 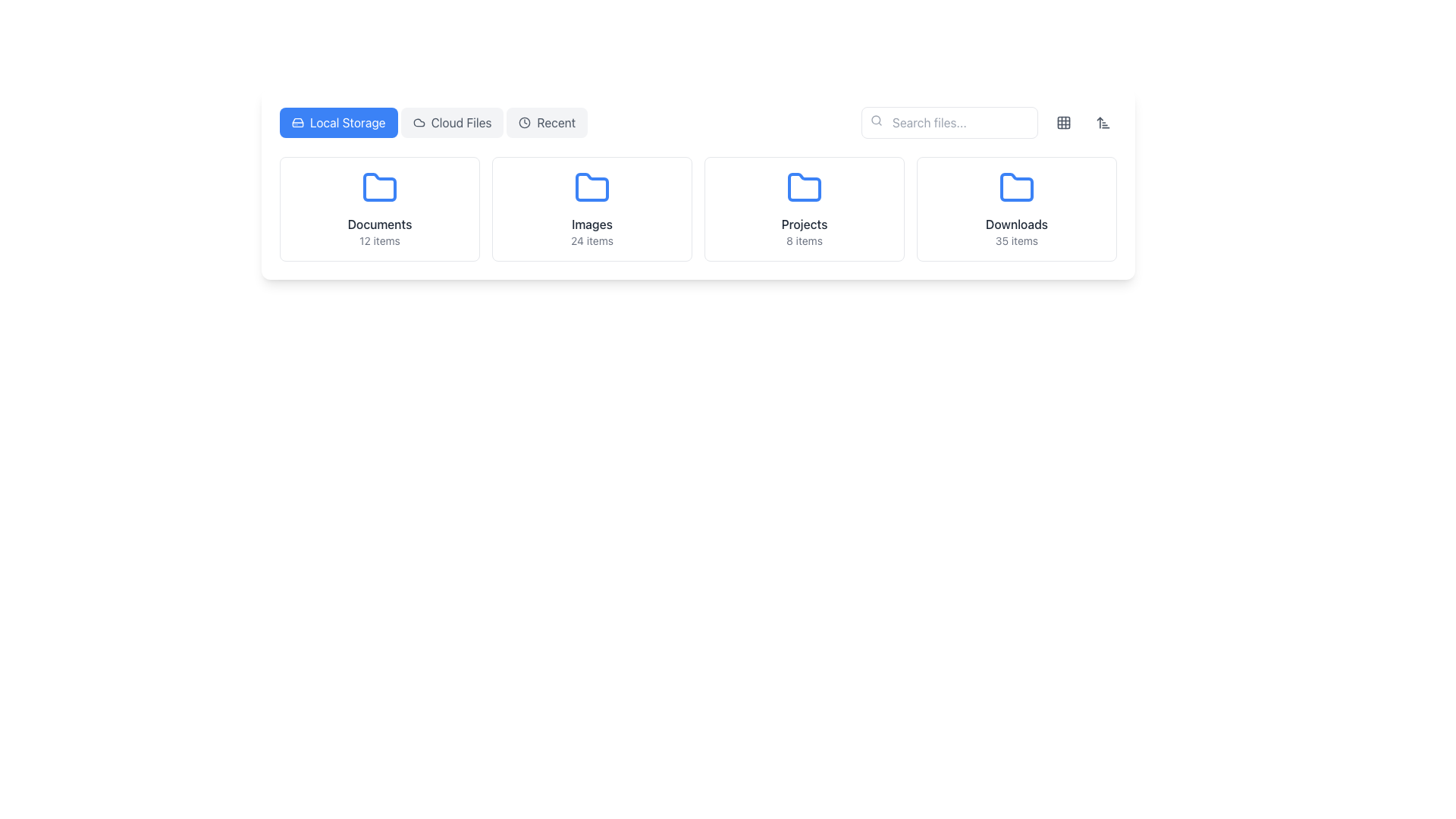 I want to click on the second folder card in the grid of folders, so click(x=591, y=209).